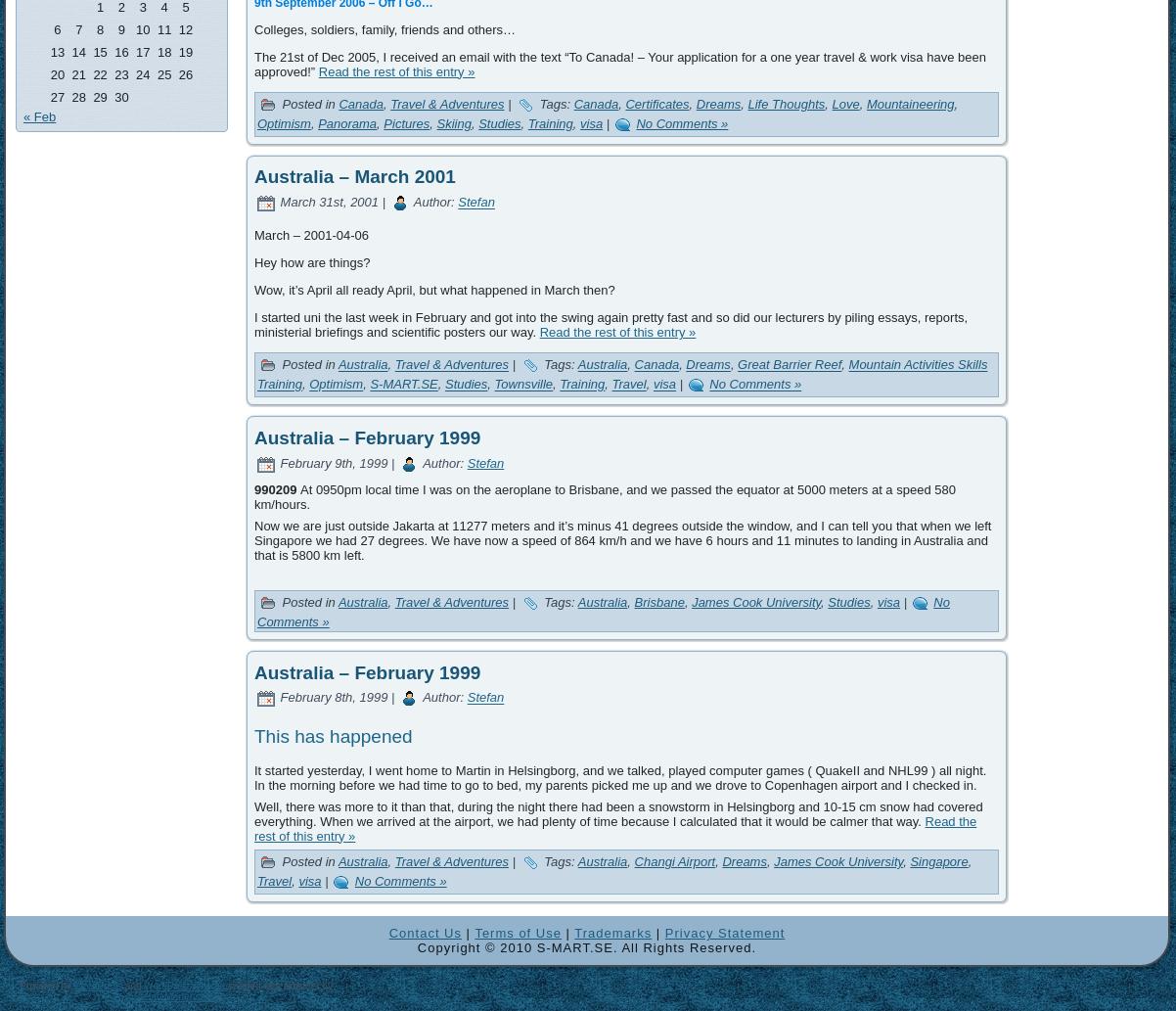  I want to click on 'Terms of Use', so click(517, 932).